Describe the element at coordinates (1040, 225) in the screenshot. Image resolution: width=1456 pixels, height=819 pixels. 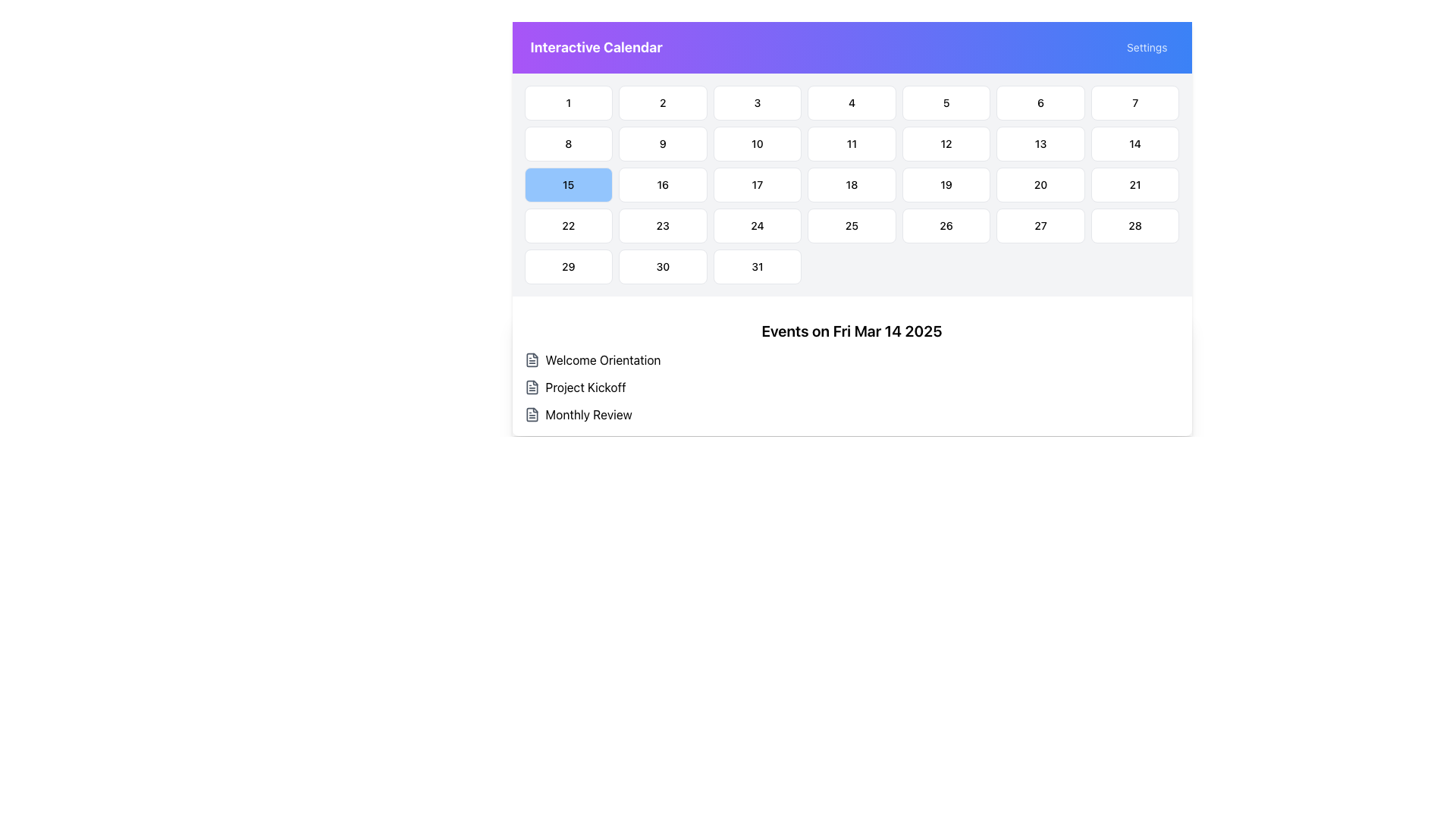
I see `the static text label displaying the numeral '27' in the calendar grid, located in the fifth row and third column` at that location.